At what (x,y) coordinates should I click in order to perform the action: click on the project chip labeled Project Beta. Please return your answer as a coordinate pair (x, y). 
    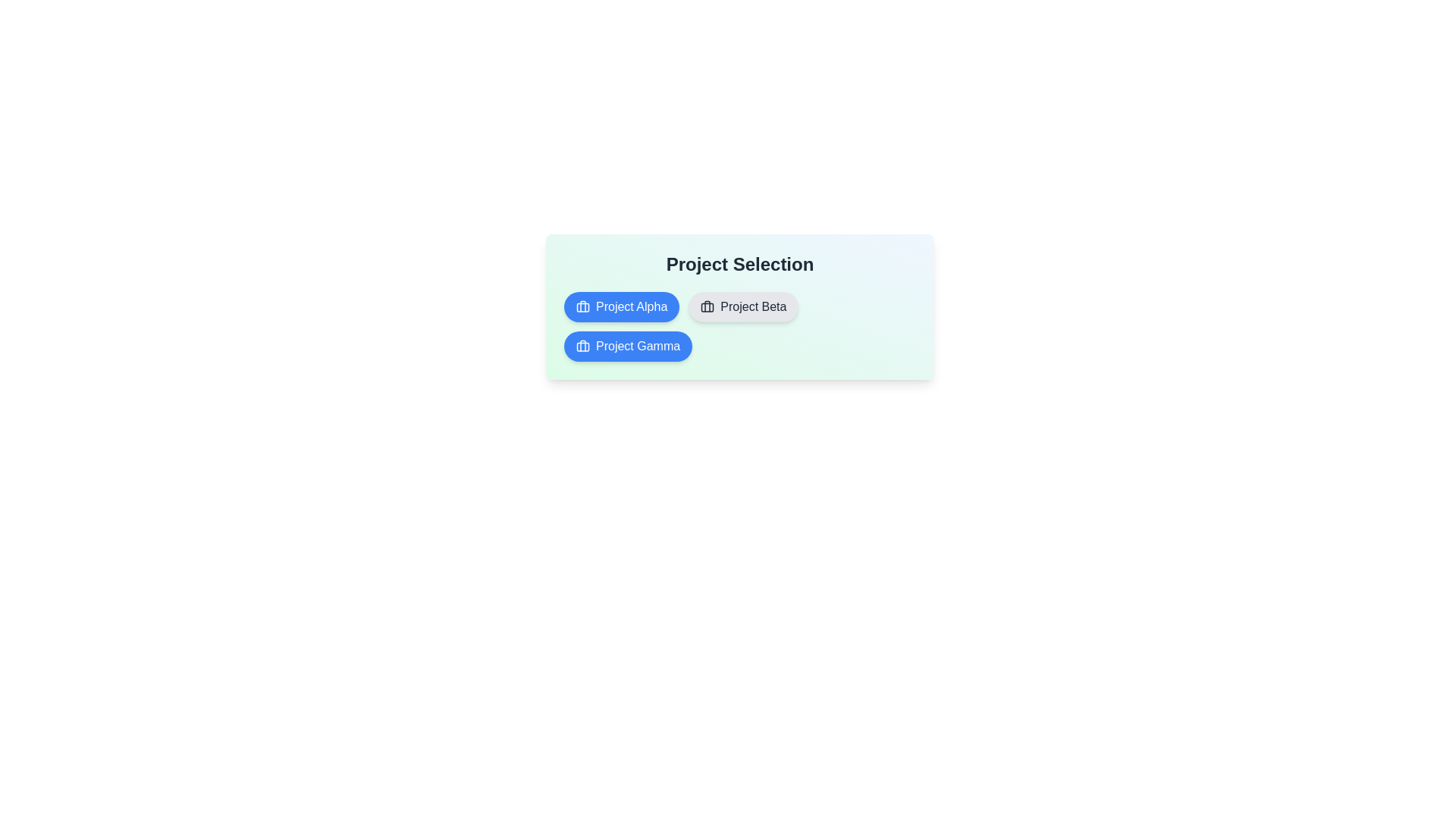
    Looking at the image, I should click on (742, 307).